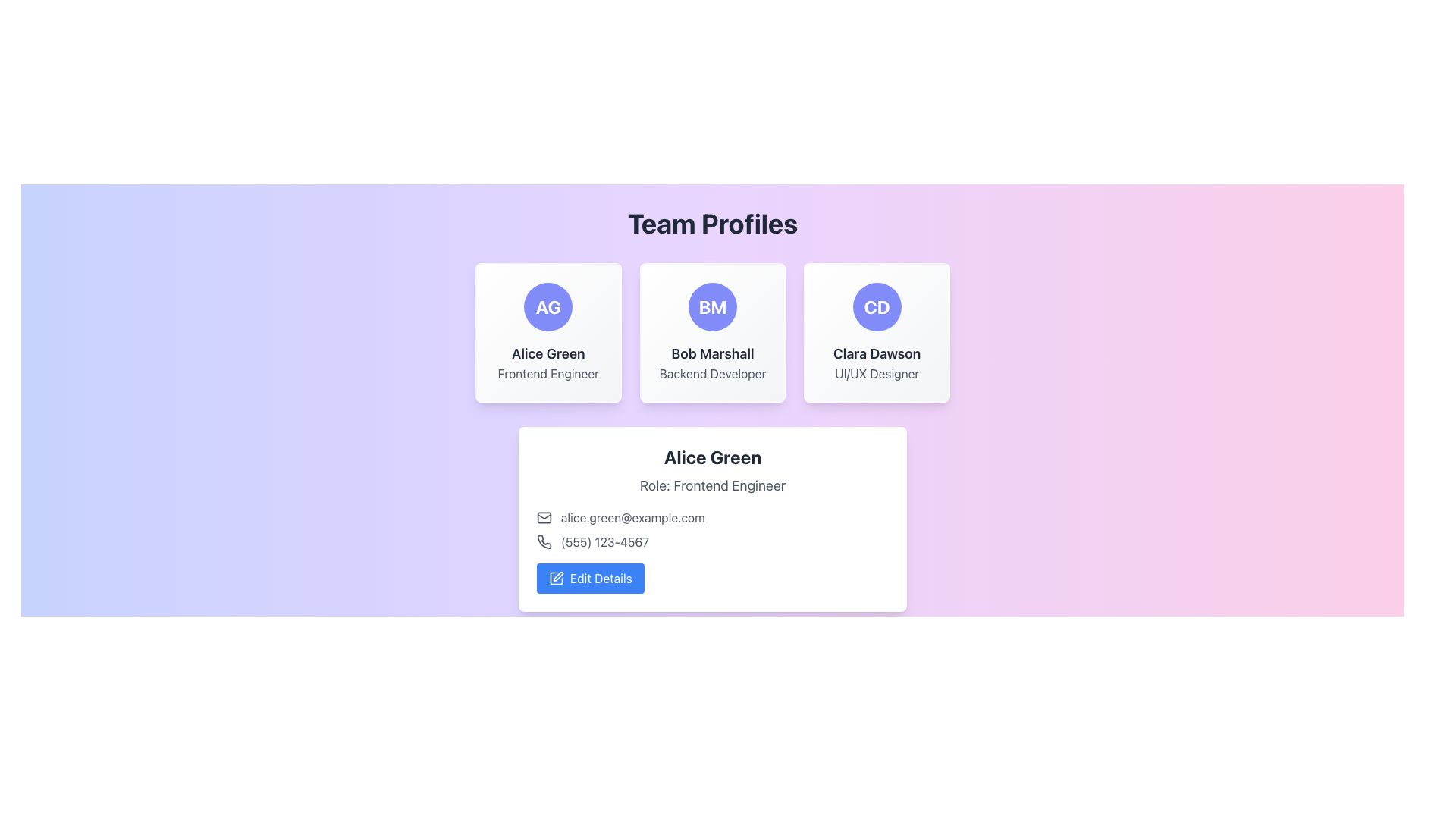  What do you see at coordinates (548, 307) in the screenshot?
I see `the Profile Badge displaying Alice Green's initials` at bounding box center [548, 307].